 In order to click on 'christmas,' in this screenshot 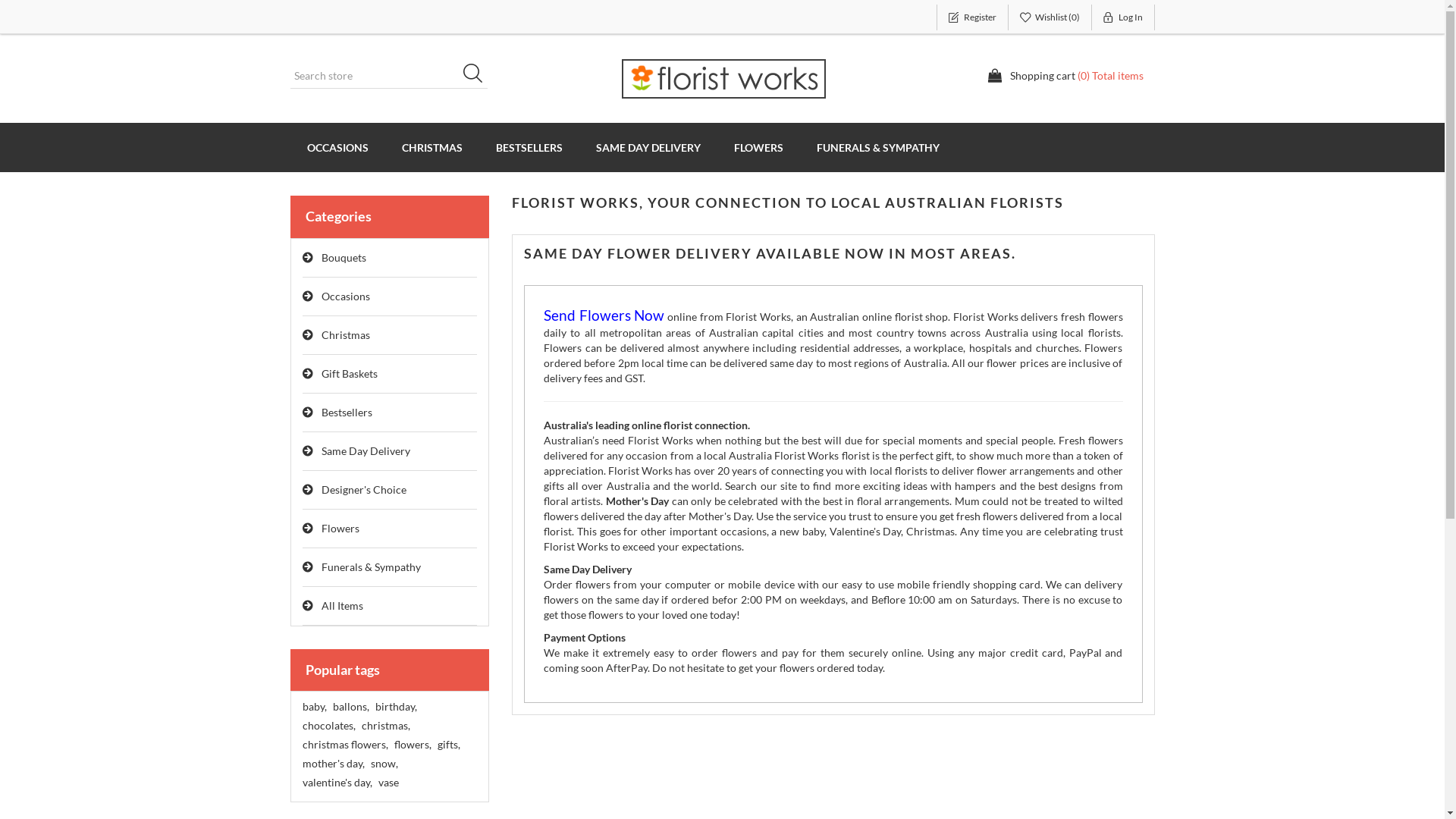, I will do `click(385, 724)`.